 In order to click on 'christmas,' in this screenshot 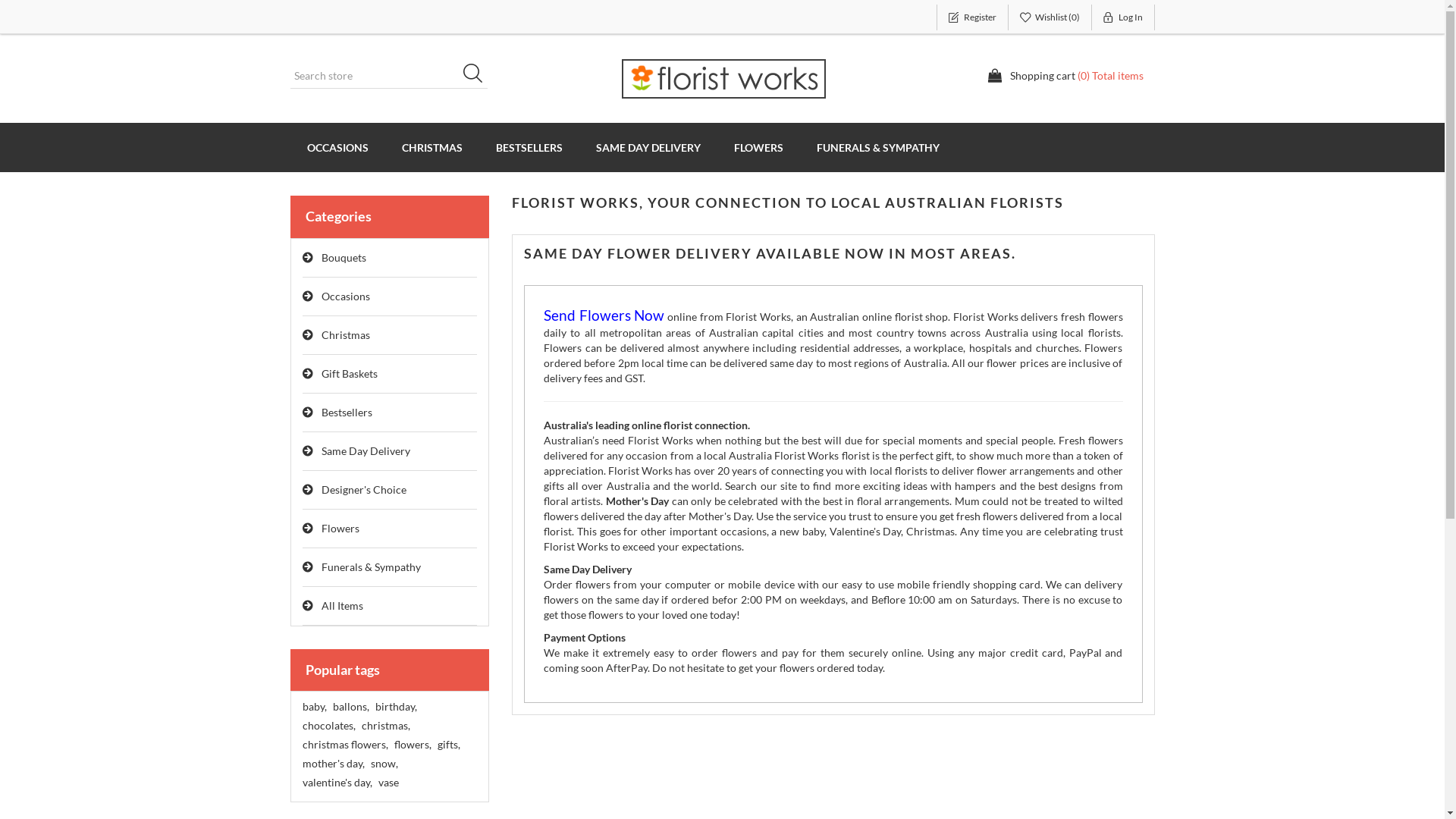, I will do `click(385, 724)`.